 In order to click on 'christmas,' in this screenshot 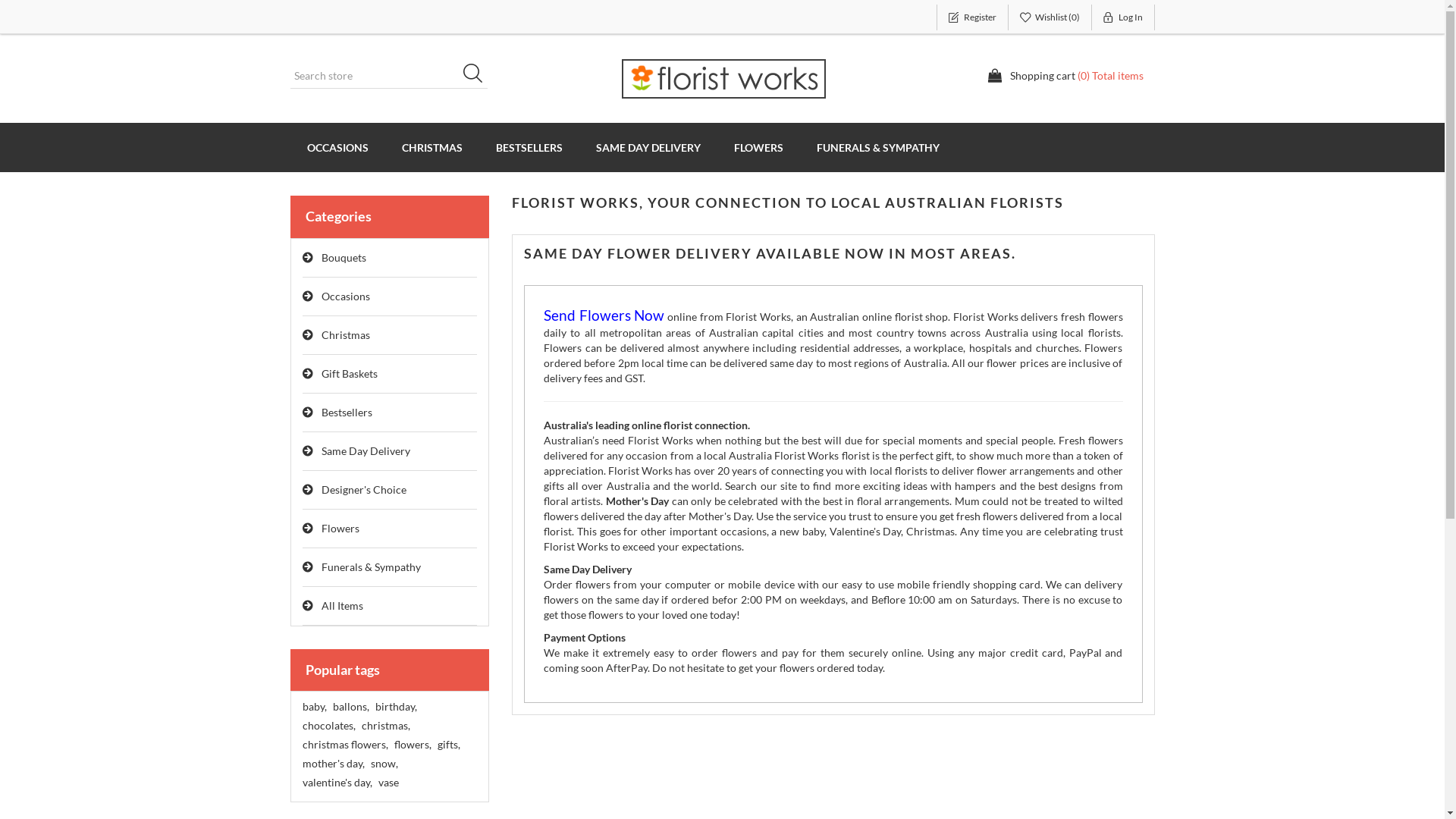, I will do `click(385, 724)`.